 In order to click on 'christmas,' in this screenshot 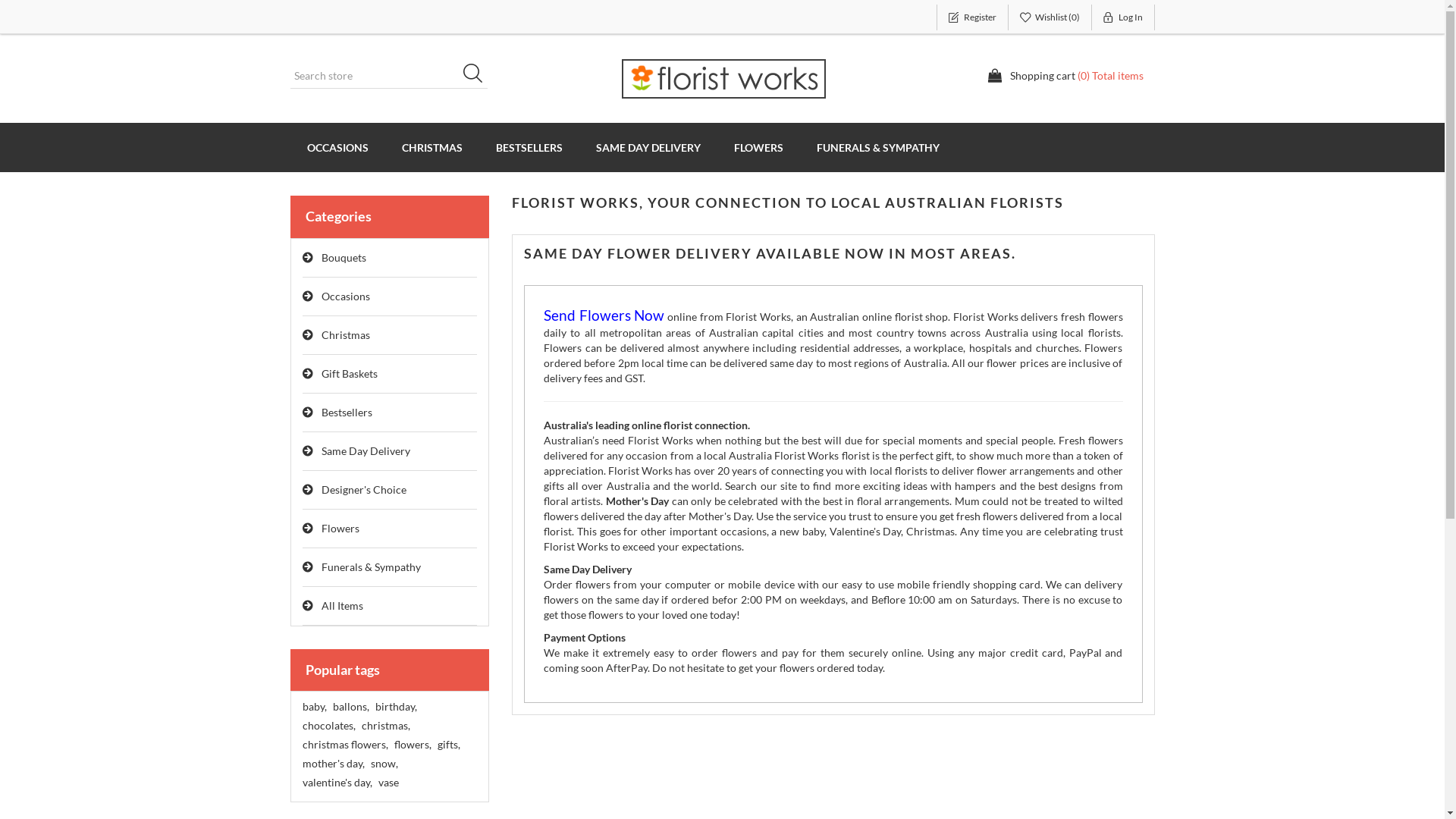, I will do `click(385, 724)`.